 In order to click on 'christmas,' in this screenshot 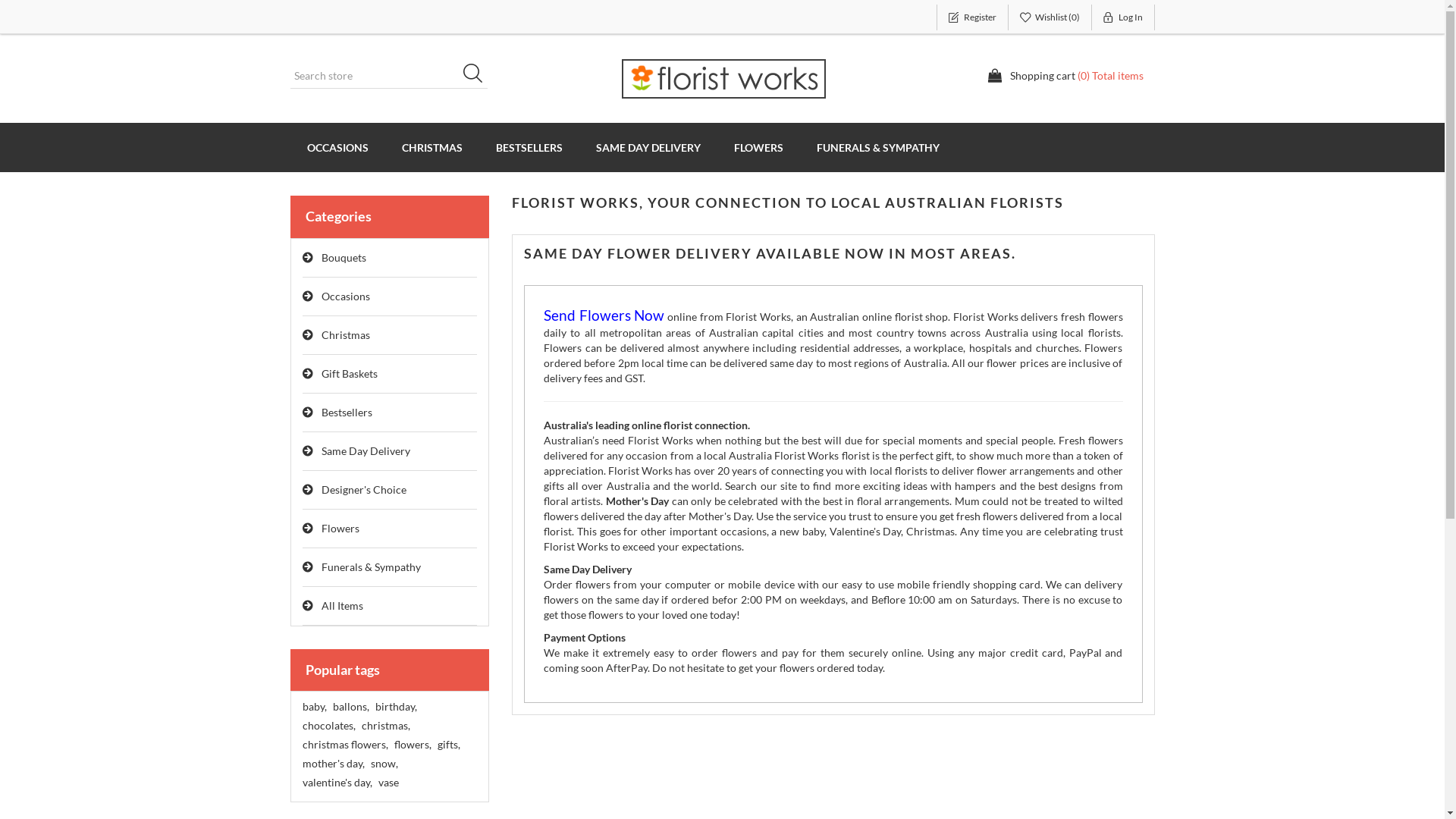, I will do `click(385, 724)`.